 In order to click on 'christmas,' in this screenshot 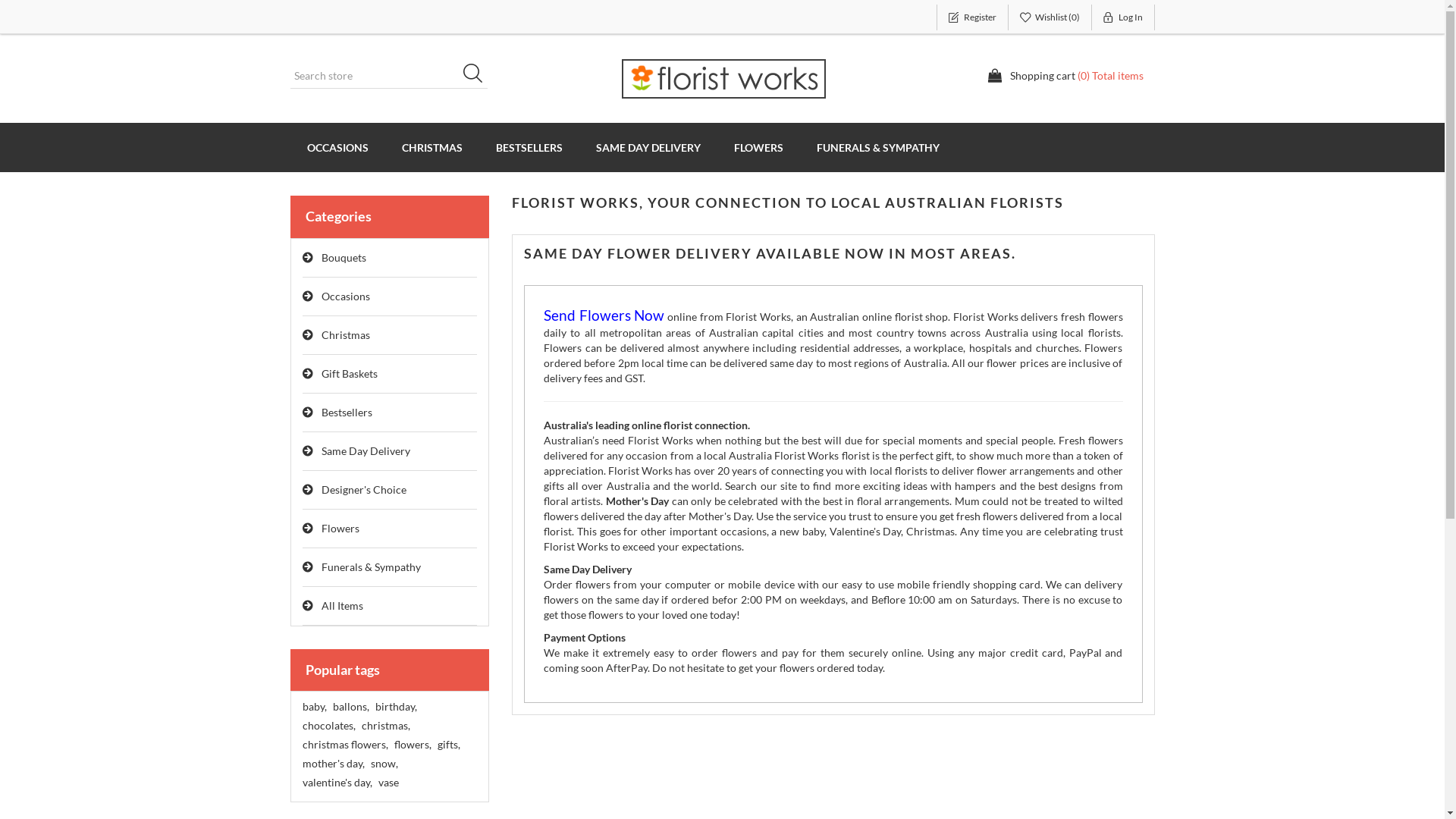, I will do `click(385, 724)`.